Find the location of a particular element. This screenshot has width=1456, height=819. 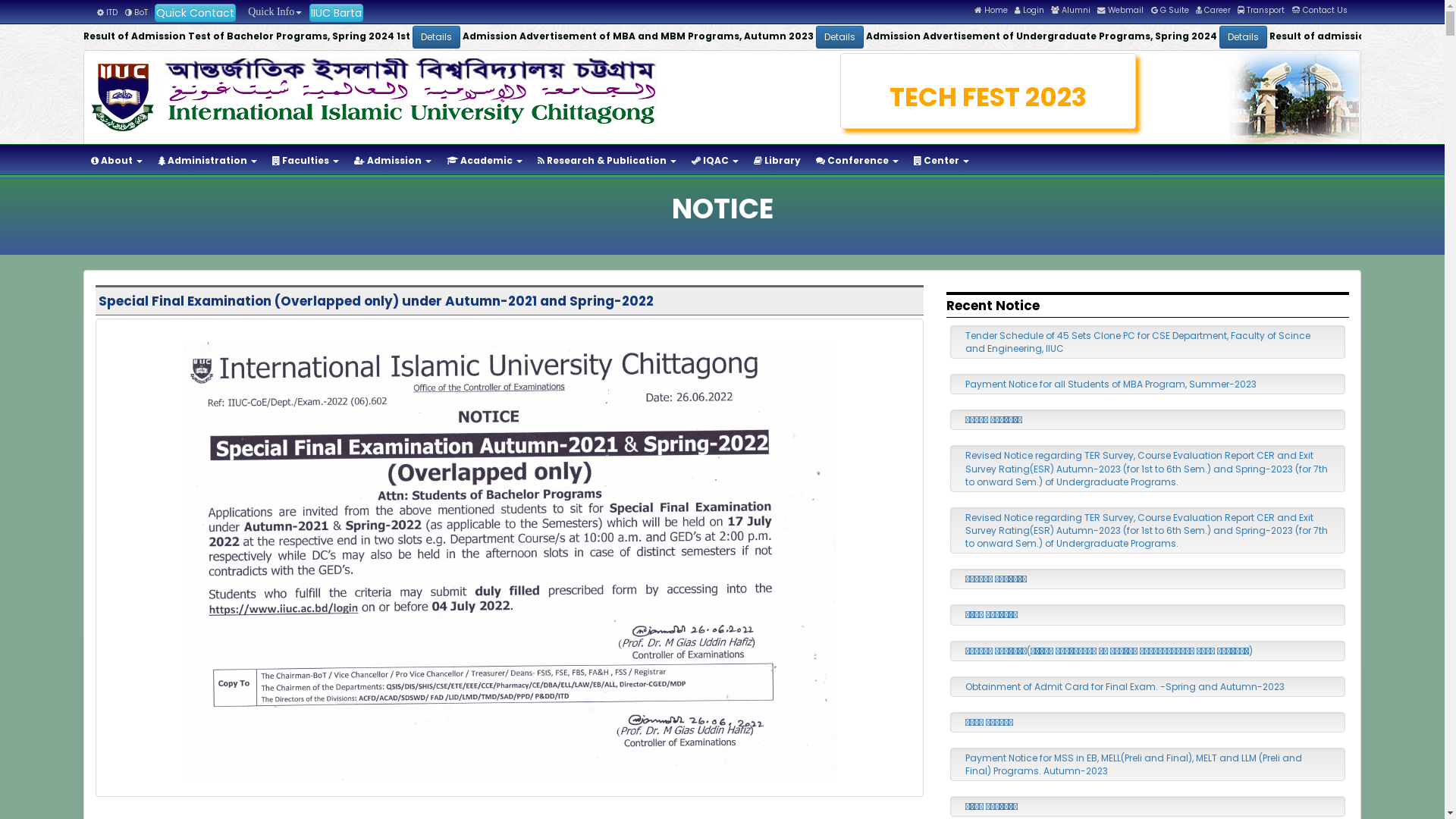

'Details' is located at coordinates (751, 36).